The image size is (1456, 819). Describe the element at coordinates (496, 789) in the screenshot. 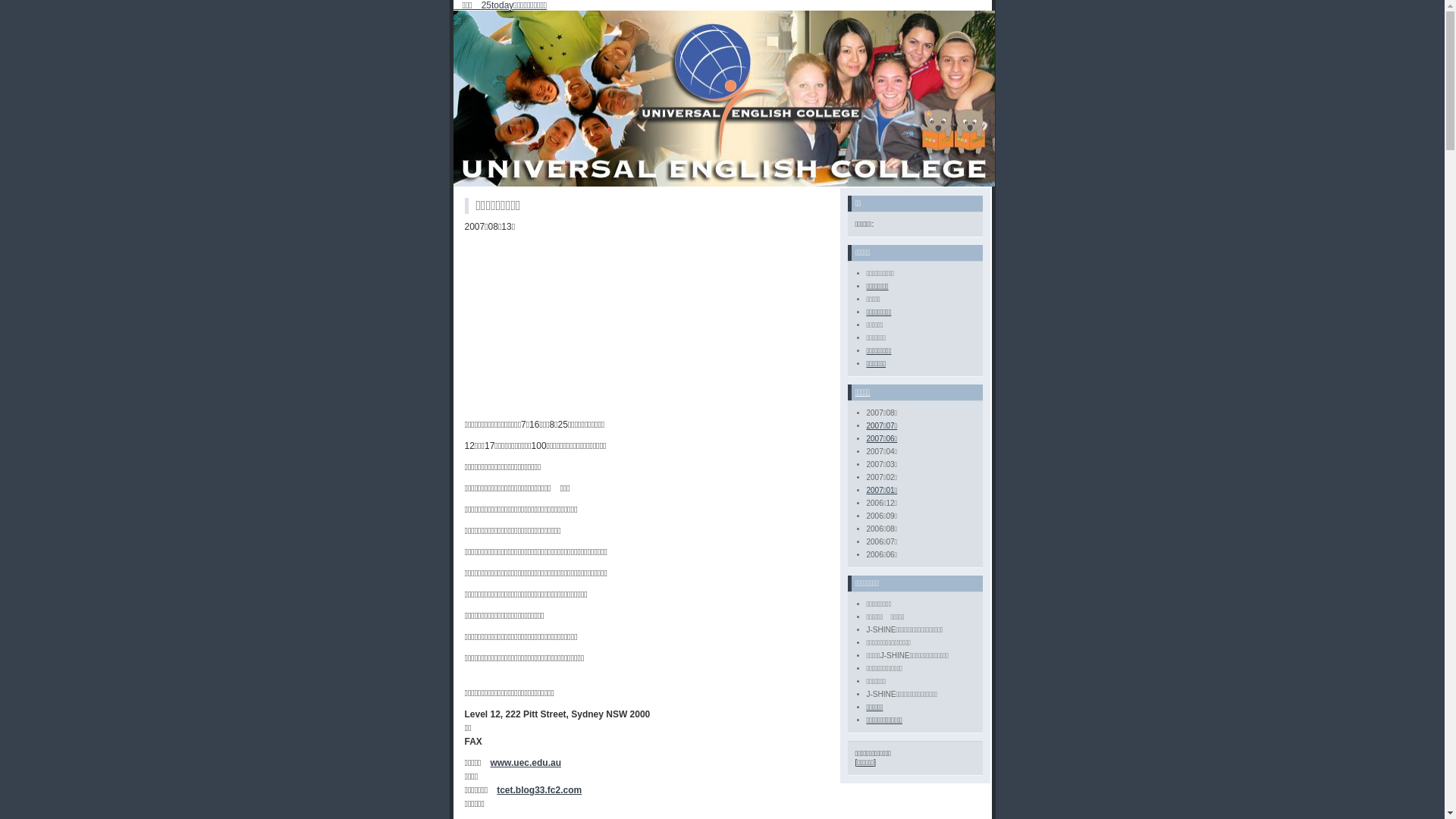

I see `'tcet.blog33.fc2.com'` at that location.